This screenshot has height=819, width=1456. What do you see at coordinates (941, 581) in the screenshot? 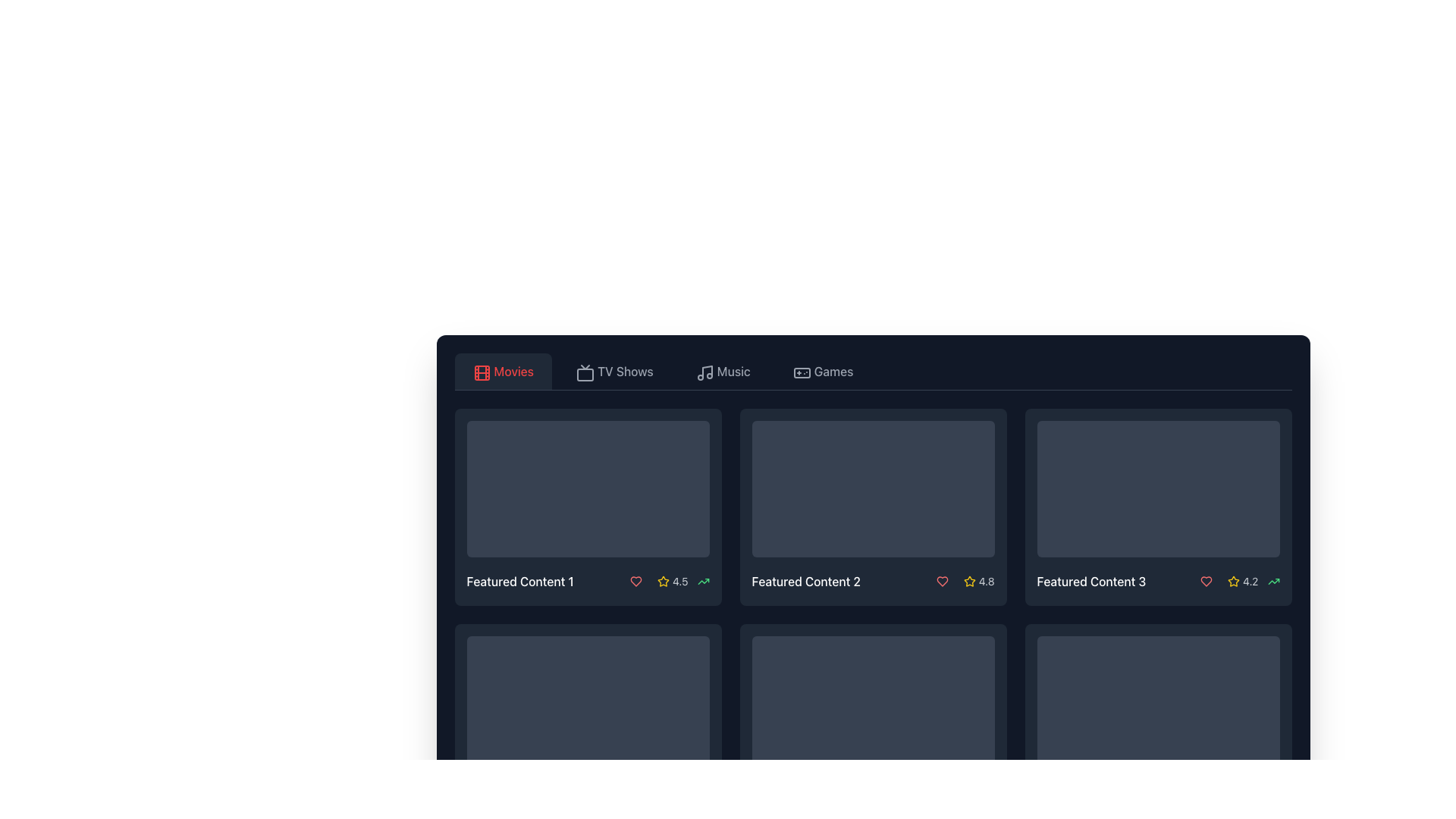
I see `the heart-shaped icon button located in the second content card of the second row of the grid layout` at bounding box center [941, 581].